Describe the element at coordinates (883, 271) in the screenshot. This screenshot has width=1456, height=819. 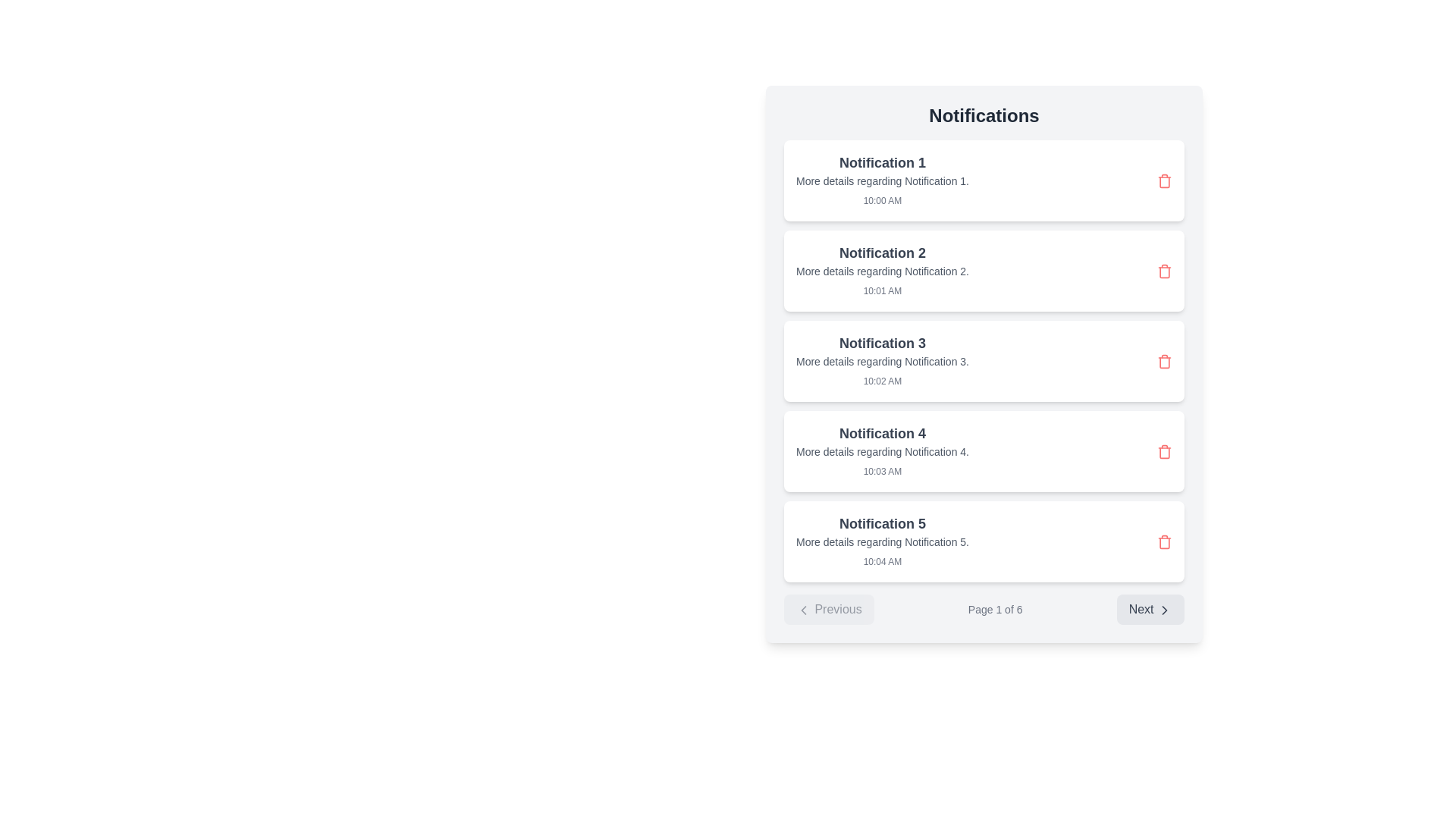
I see `the non-interactive Text label providing additional information for 'Notification 2', located in the second notification card, beneath the header and above the timestamp` at that location.